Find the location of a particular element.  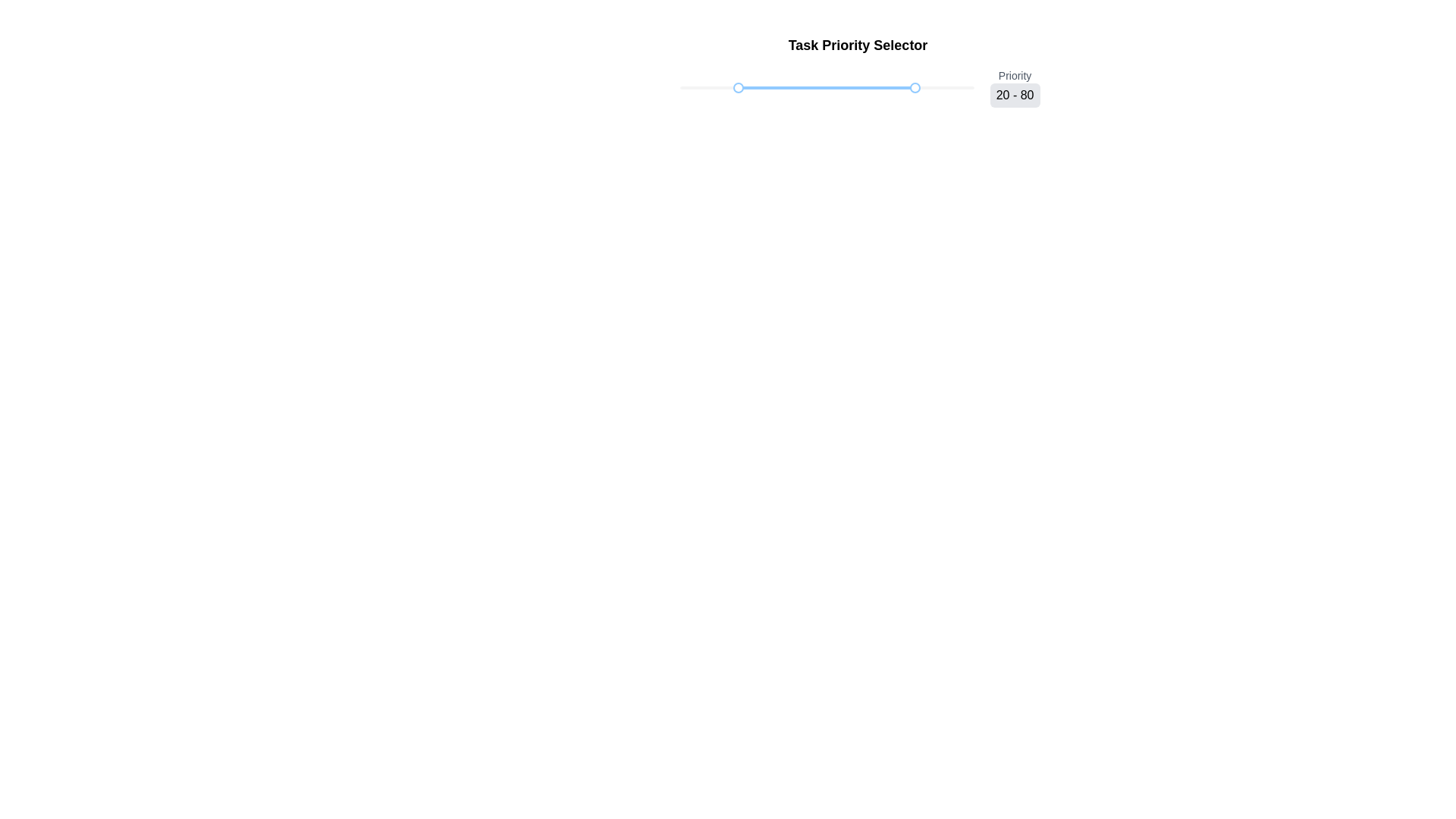

the circular slider handle located at the 20% position of the horizontal slider component beneath the 'Task Priority Selector' label is located at coordinates (814, 87).